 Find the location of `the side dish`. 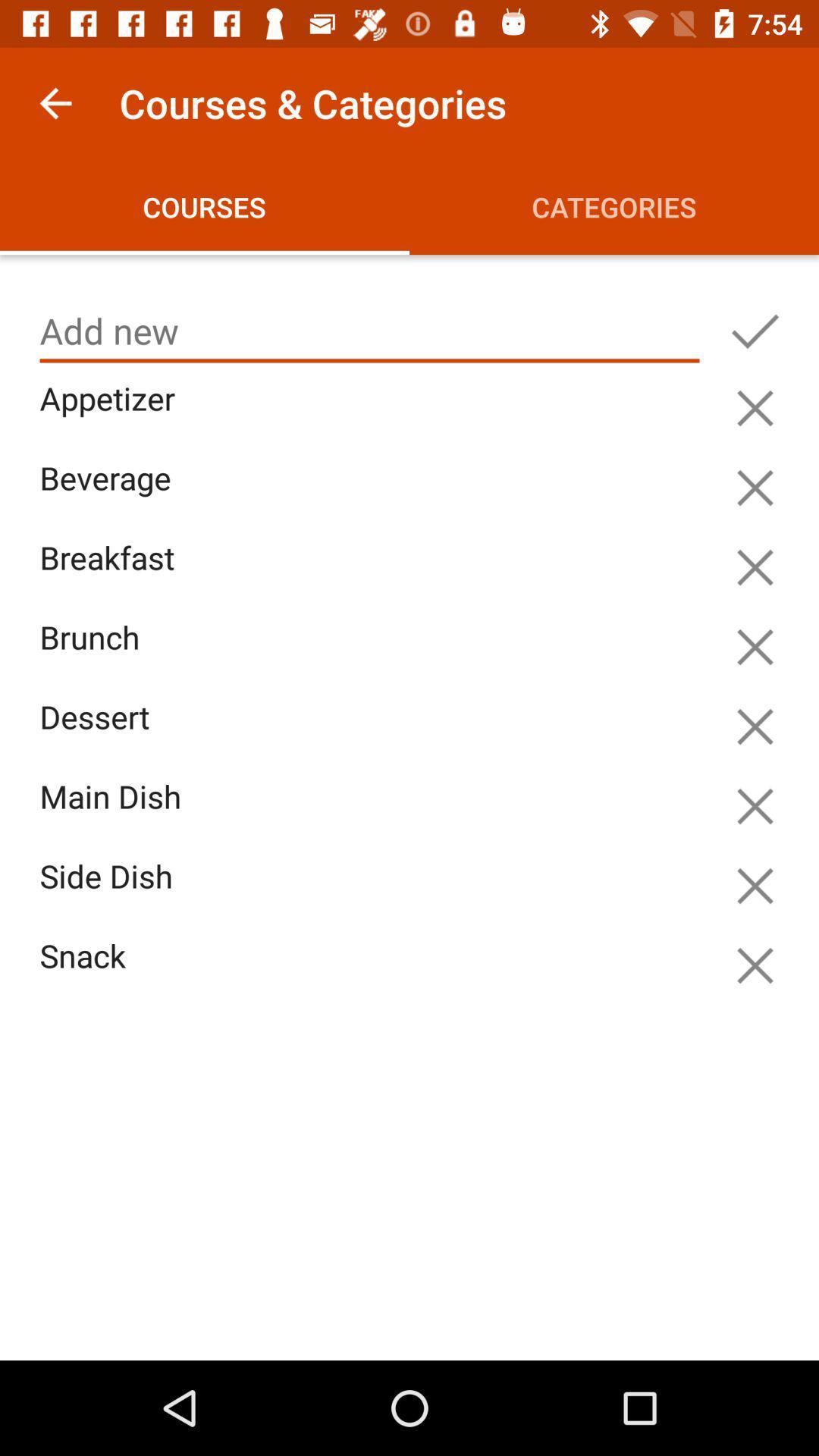

the side dish is located at coordinates (373, 894).